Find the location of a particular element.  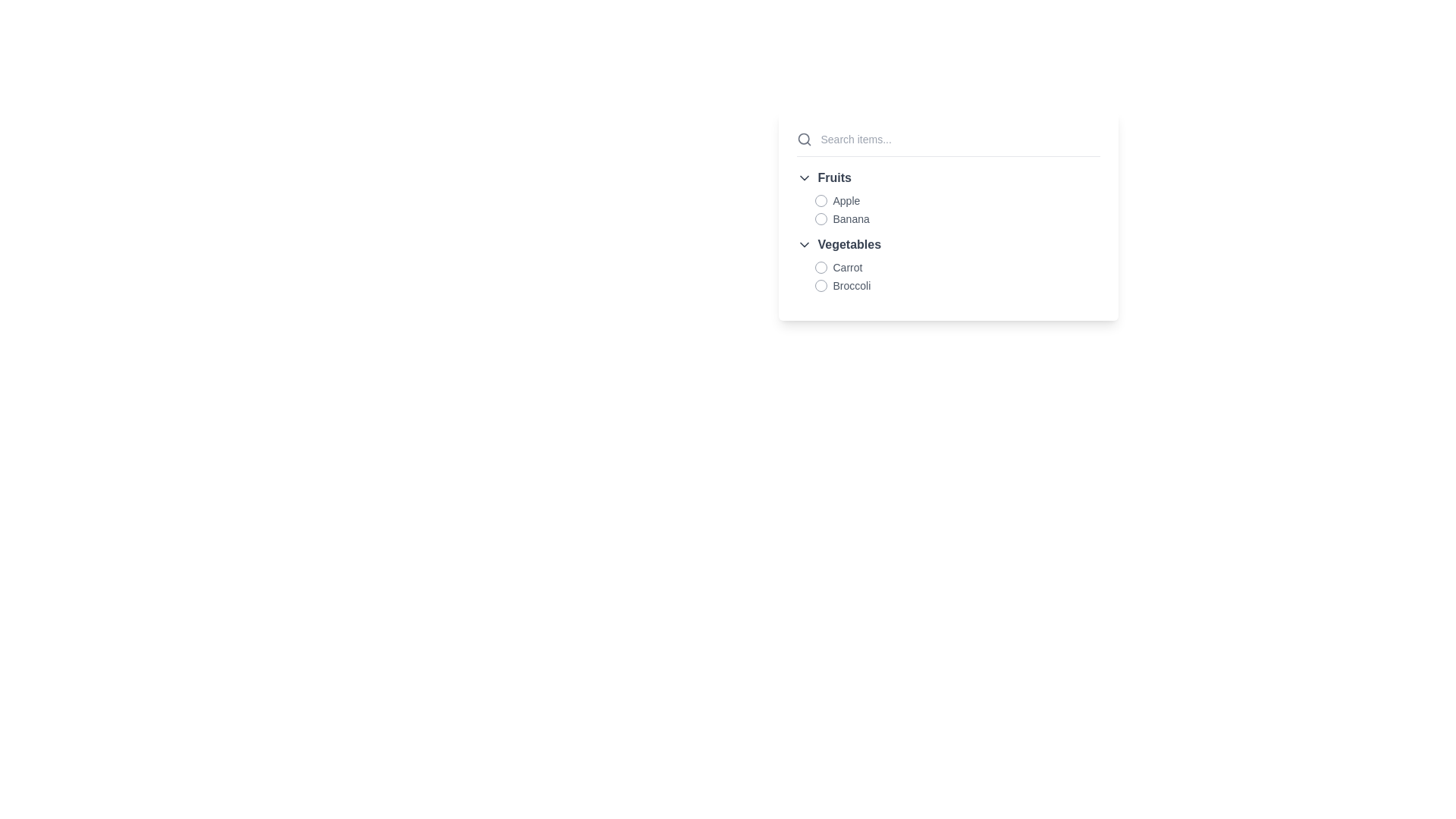

the selectable list item with a radio button for 'Carrot' located under the 'Vegetables' category, which is the first item in the list and positioned near the center of the UI interface is located at coordinates (956, 267).